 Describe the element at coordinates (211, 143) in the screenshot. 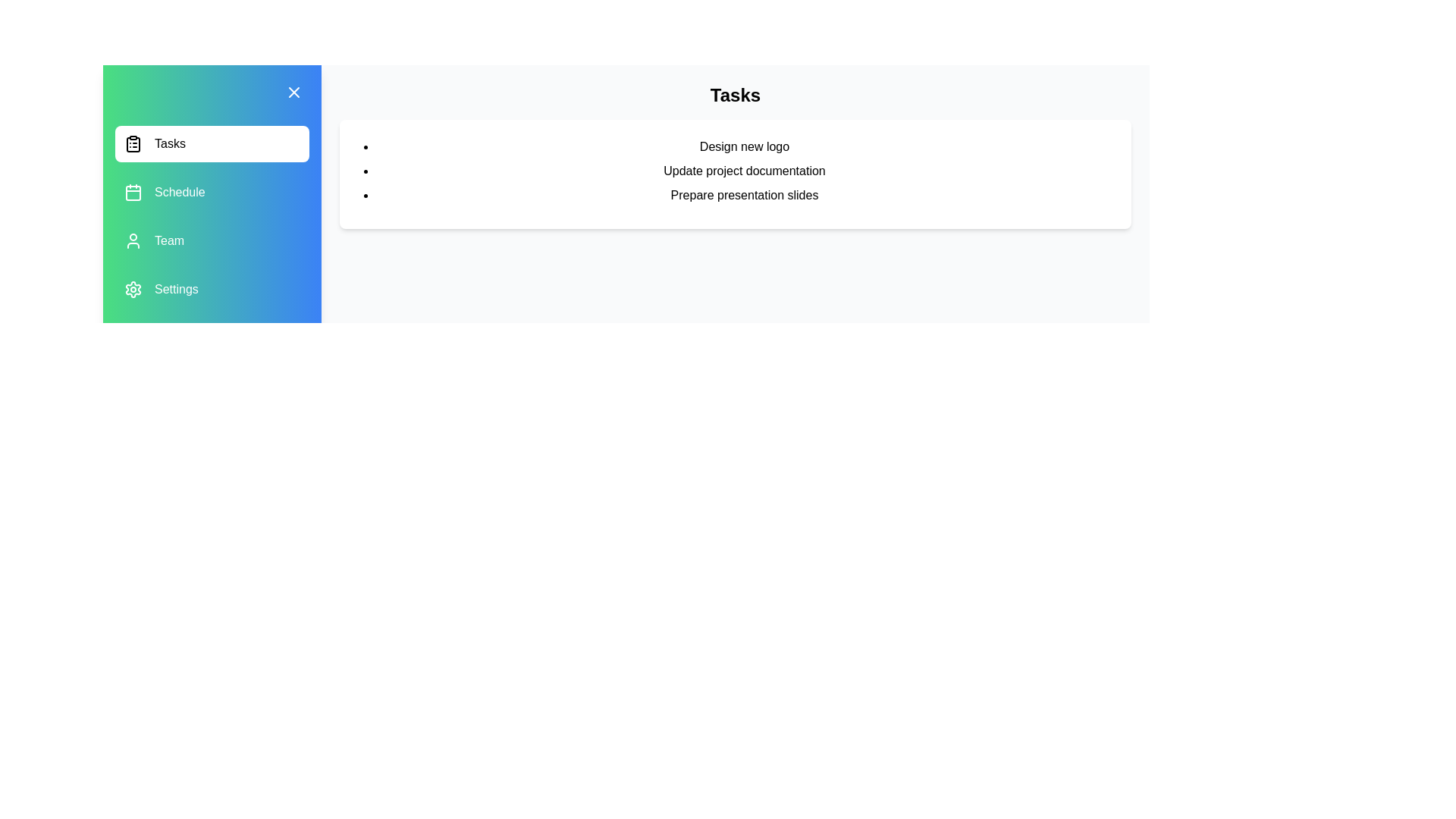

I see `the menu item Tasks to observe the hover effect` at that location.